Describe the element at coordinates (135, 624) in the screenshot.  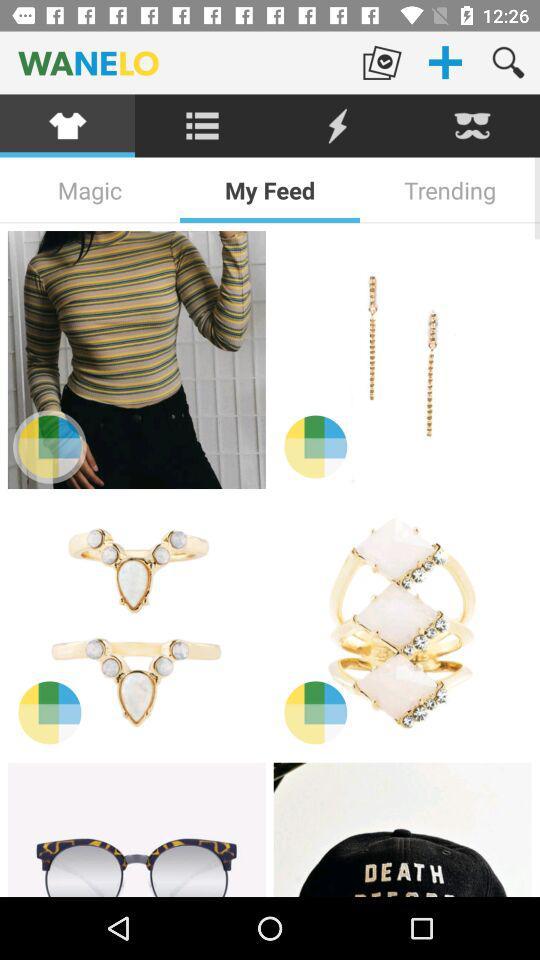
I see `the item` at that location.